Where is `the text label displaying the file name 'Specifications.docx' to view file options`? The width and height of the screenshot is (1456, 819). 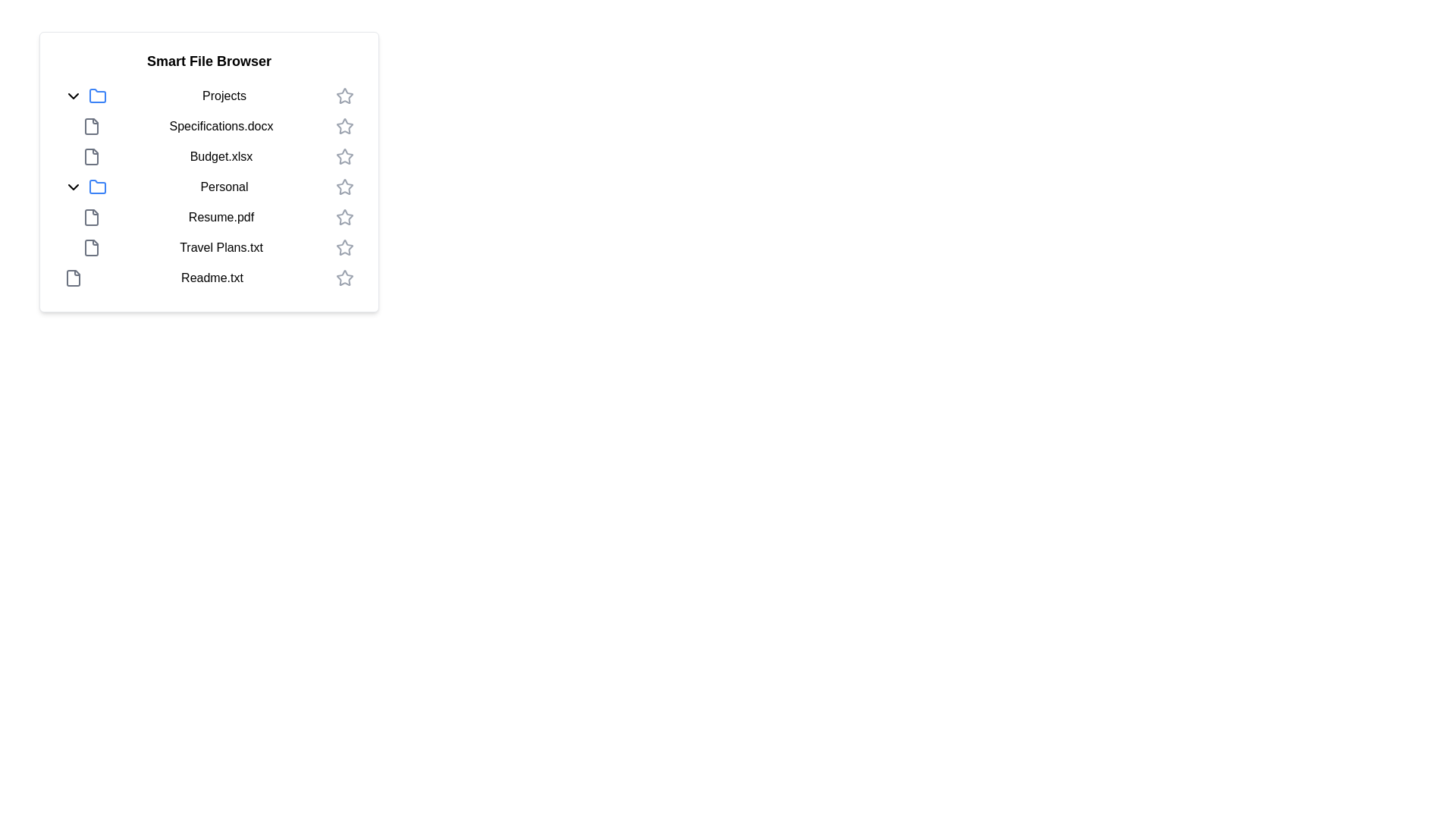
the text label displaying the file name 'Specifications.docx' to view file options is located at coordinates (221, 125).